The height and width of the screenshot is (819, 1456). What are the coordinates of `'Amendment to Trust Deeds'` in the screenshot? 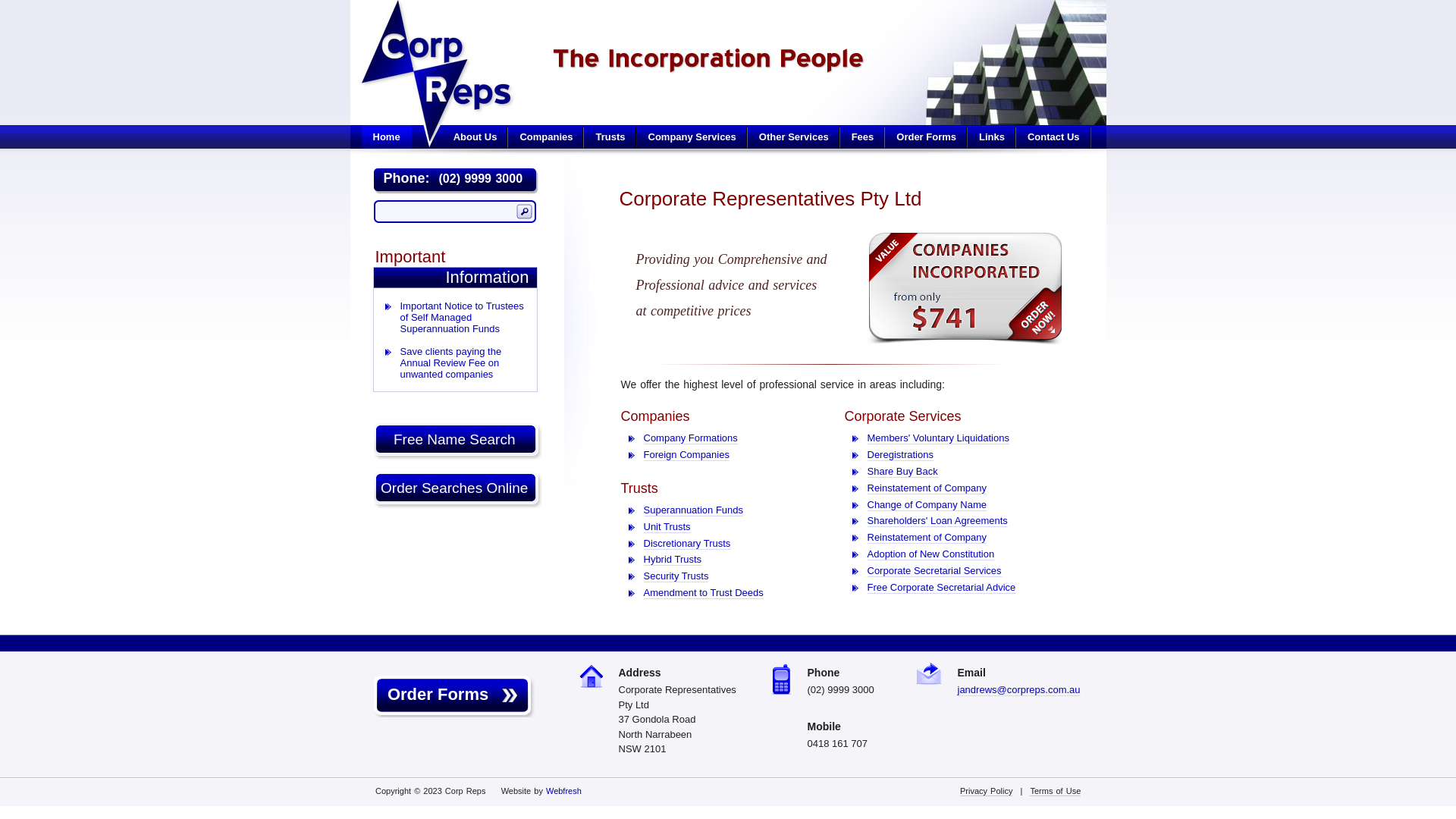 It's located at (701, 592).